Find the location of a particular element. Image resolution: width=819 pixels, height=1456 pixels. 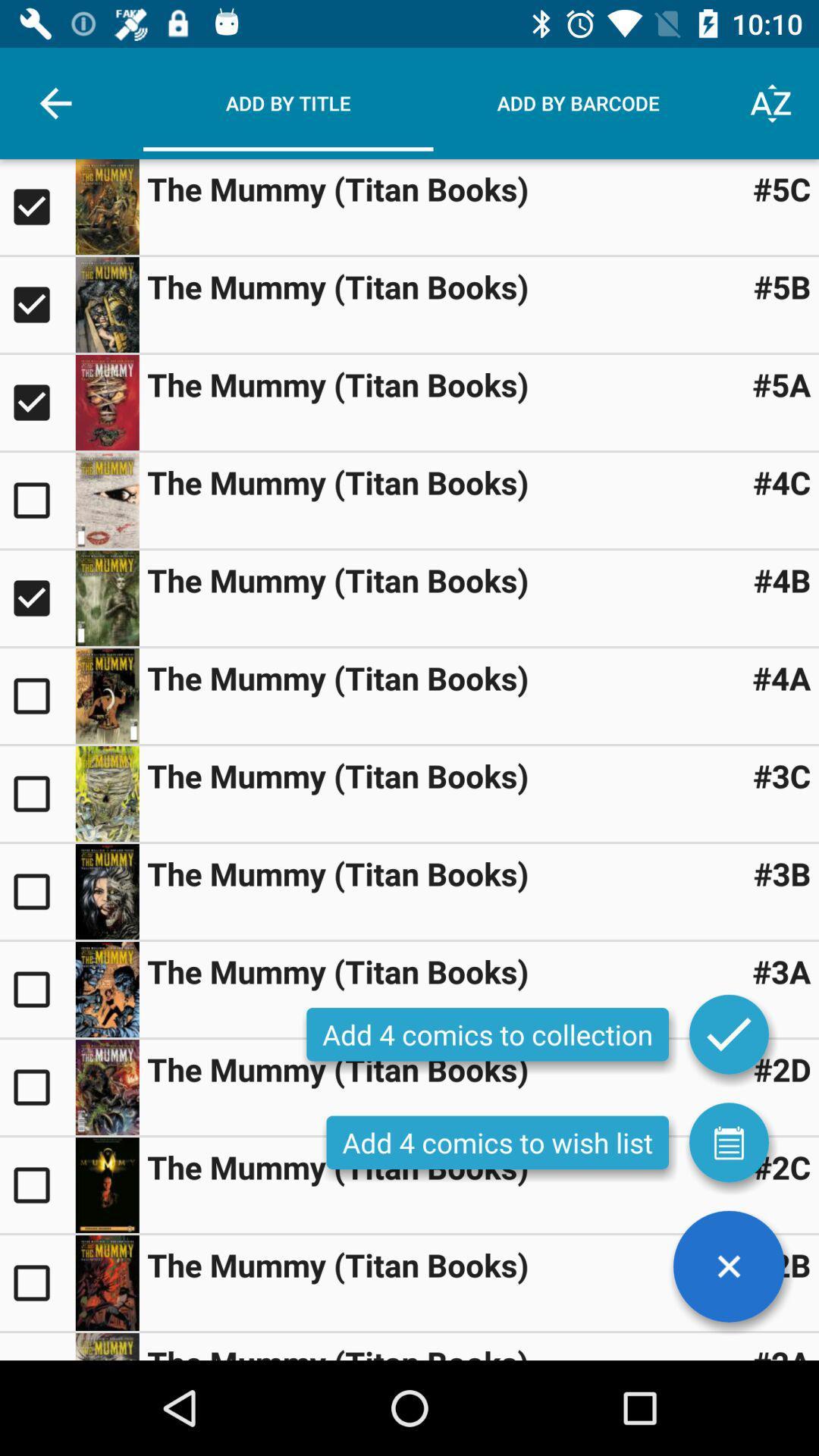

to collection is located at coordinates (728, 1034).